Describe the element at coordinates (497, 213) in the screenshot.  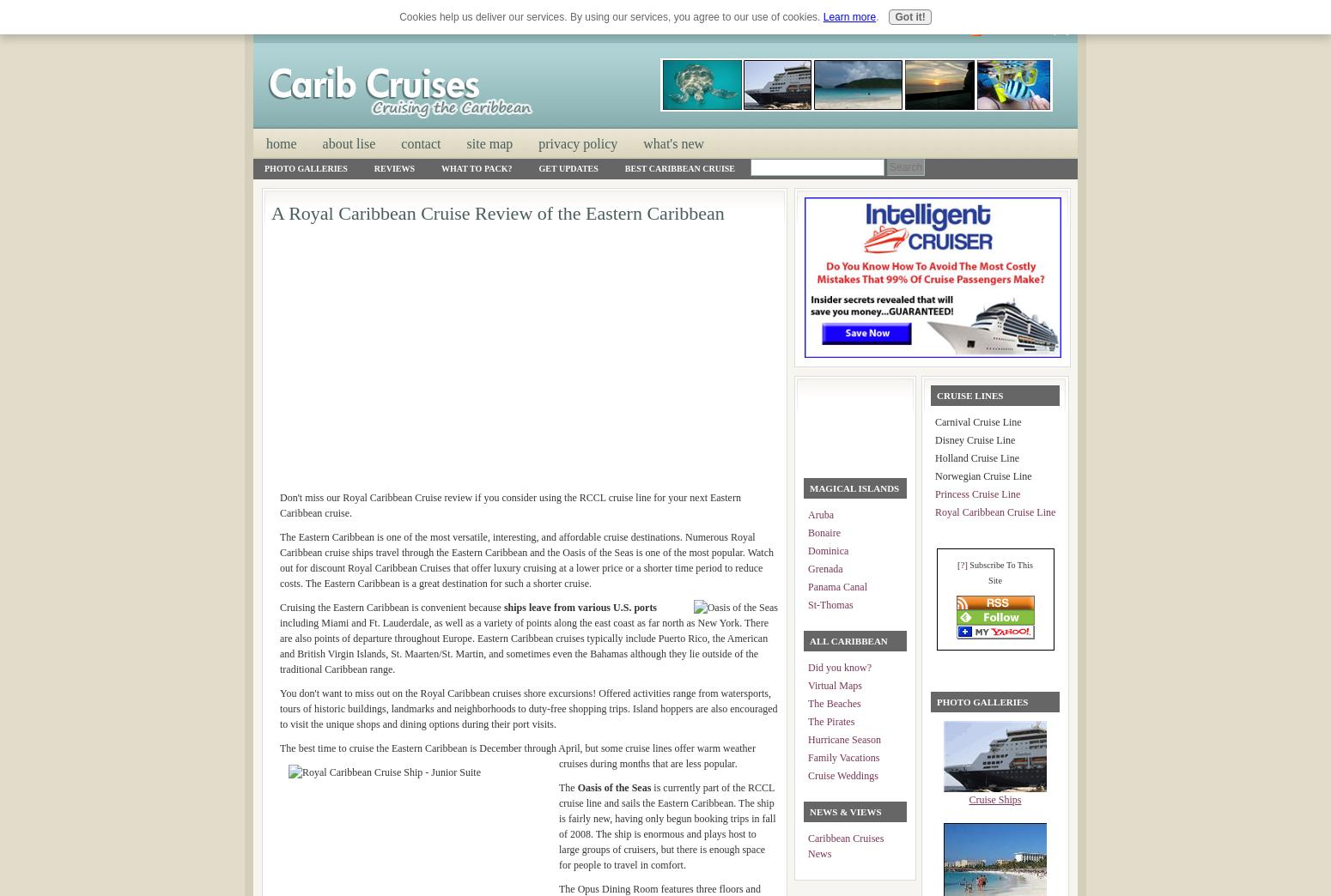
I see `'A Royal Caribbean Cruise
Review of the Eastern Caribbean'` at that location.